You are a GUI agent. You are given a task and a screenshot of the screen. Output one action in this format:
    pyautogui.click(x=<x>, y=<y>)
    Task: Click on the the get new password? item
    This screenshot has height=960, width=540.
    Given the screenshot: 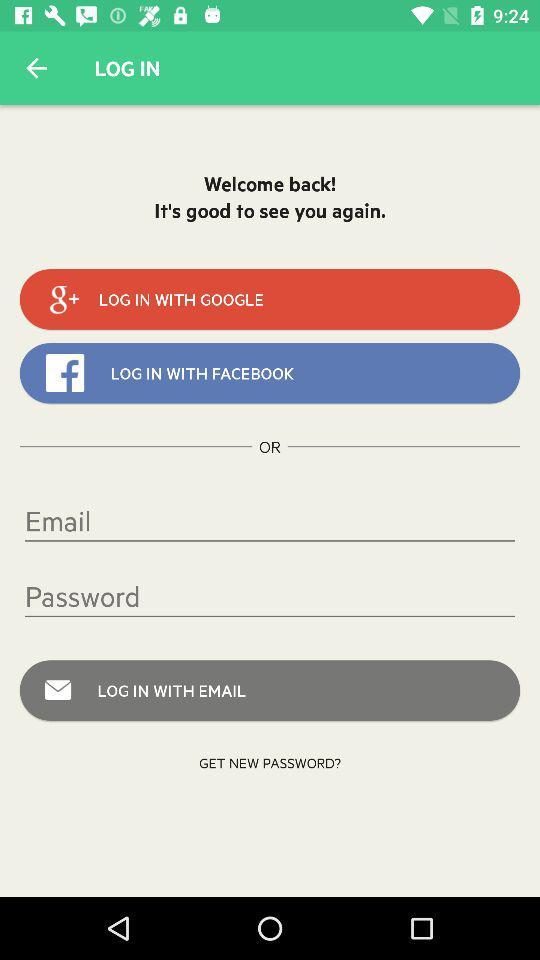 What is the action you would take?
    pyautogui.click(x=270, y=761)
    